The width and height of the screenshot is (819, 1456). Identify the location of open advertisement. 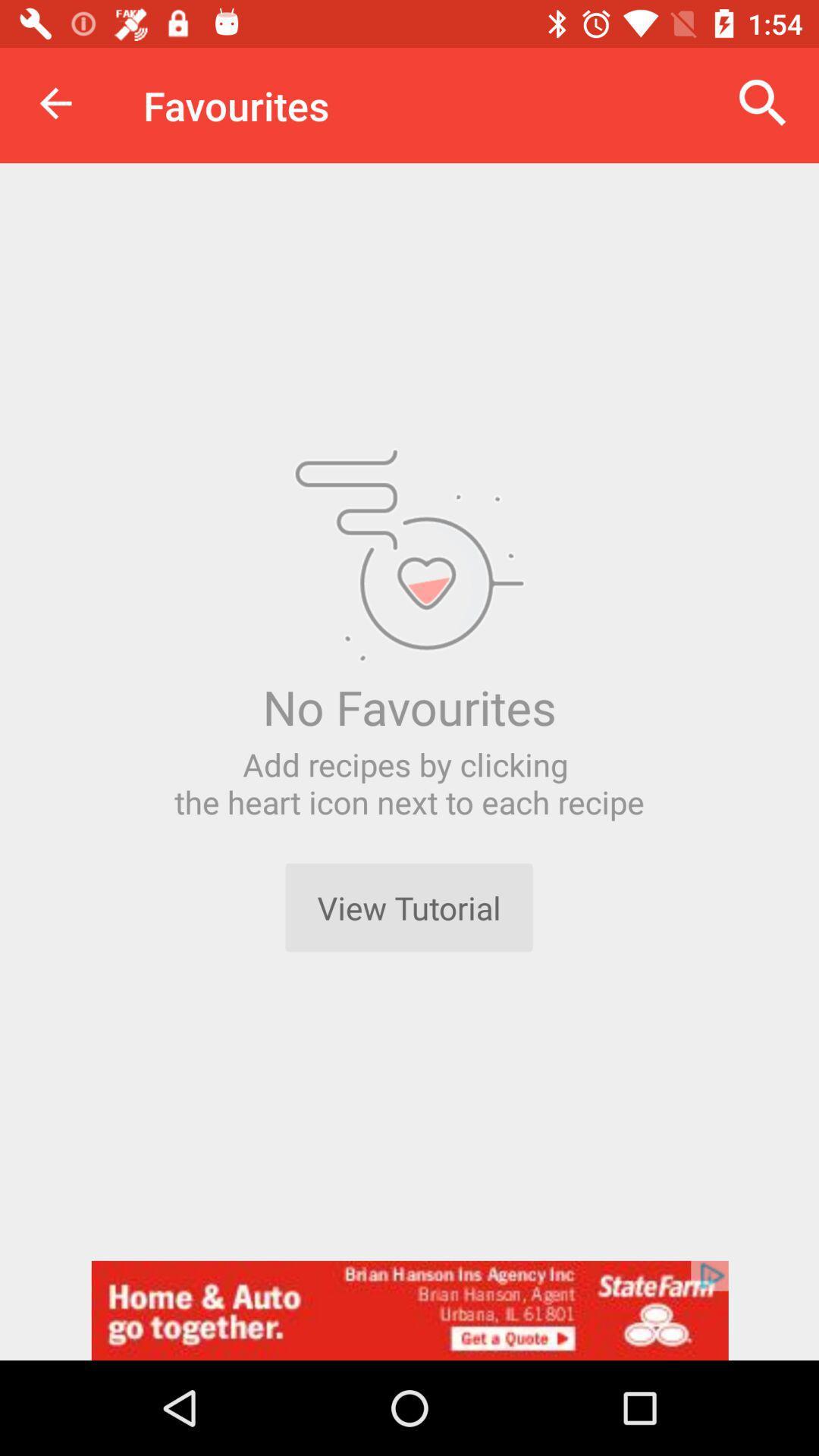
(409, 1310).